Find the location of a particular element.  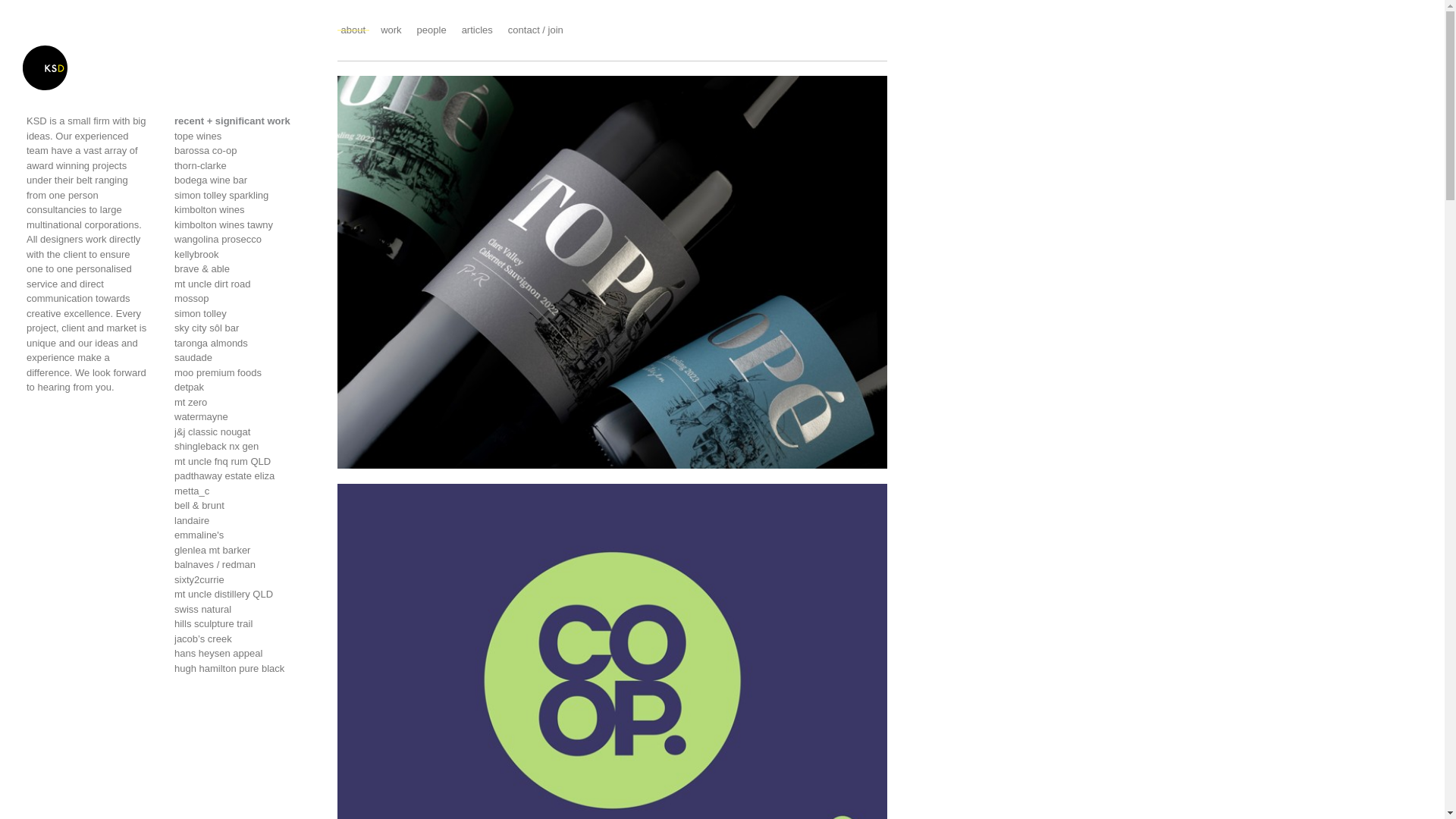

'landaire' is located at coordinates (243, 519).